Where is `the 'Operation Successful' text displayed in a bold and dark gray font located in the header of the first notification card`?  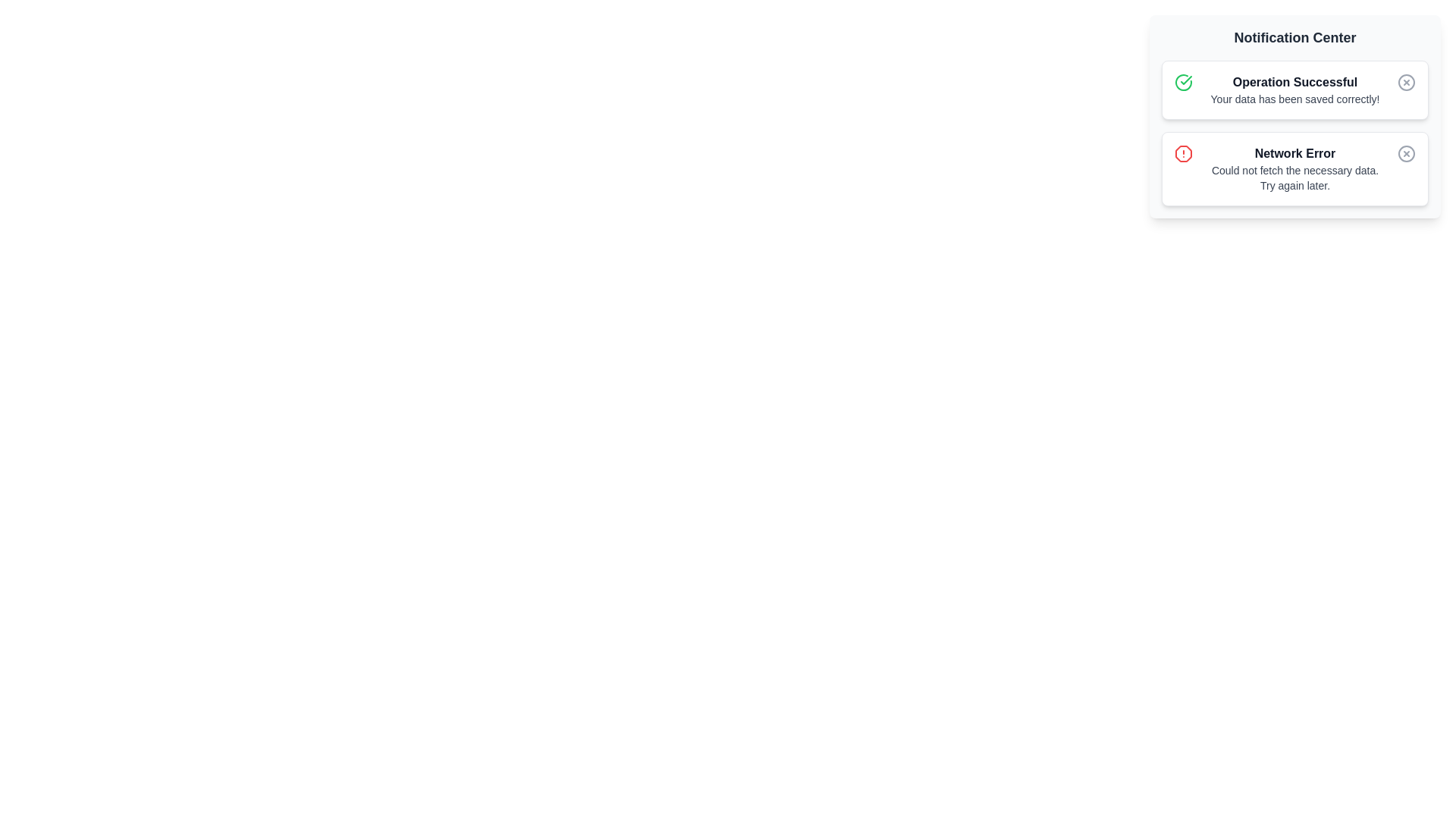
the 'Operation Successful' text displayed in a bold and dark gray font located in the header of the first notification card is located at coordinates (1294, 82).